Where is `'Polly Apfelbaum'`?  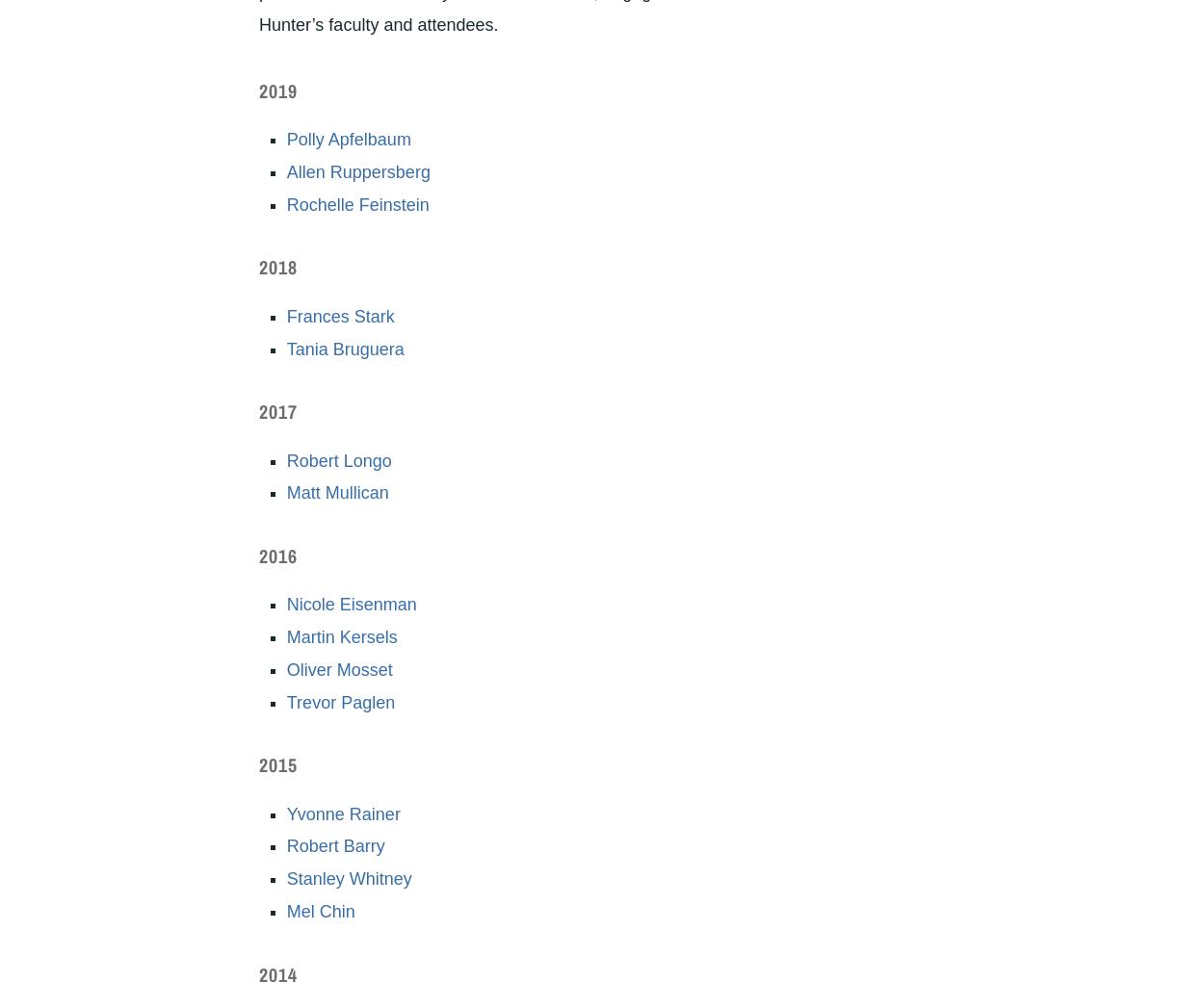
'Polly Apfelbaum' is located at coordinates (347, 140).